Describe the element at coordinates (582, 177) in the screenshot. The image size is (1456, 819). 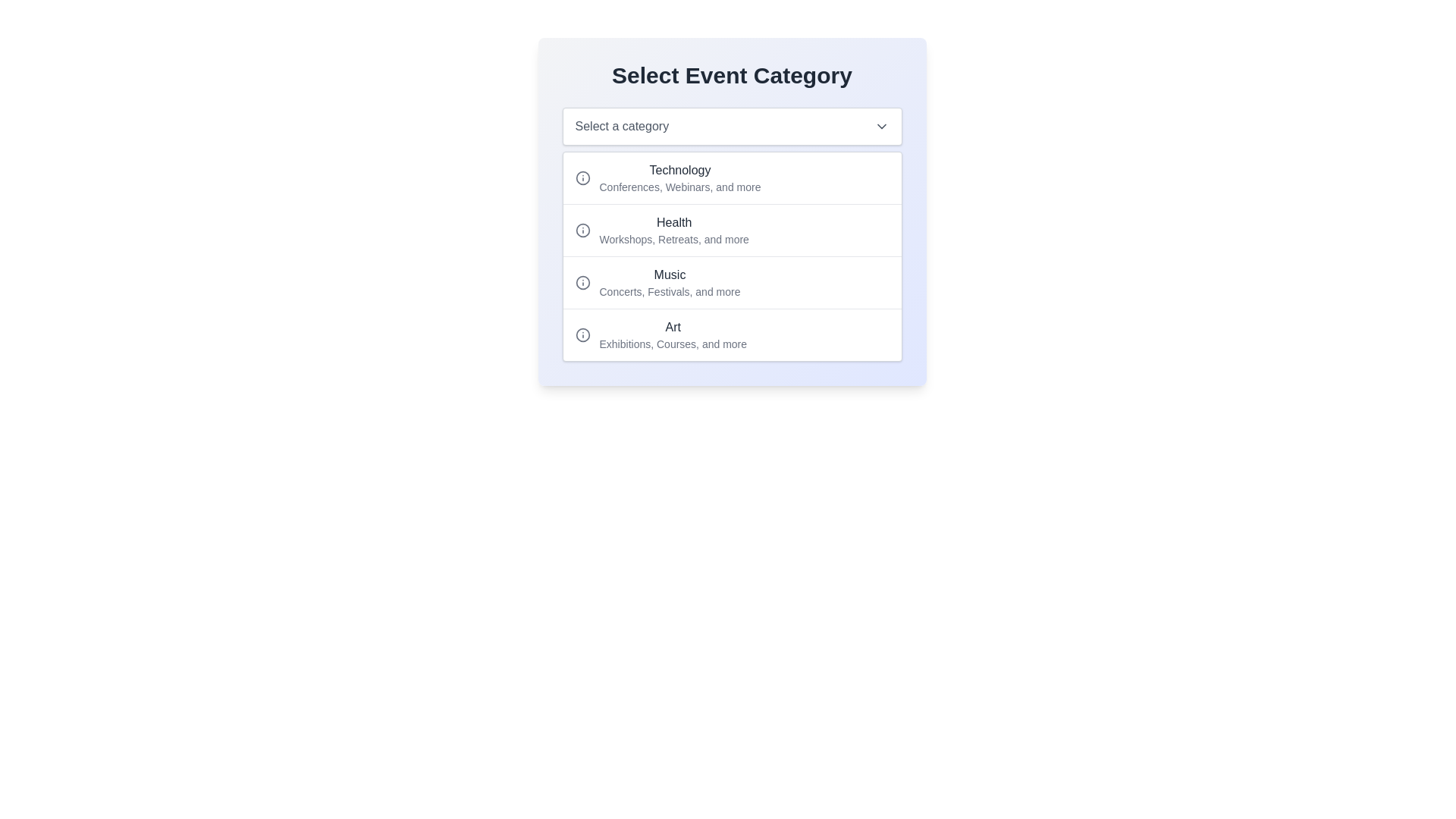
I see `the informational icon associated with the 'Technology' category, located to the left of the heading 'Technology' in the first list item of the dropdown panel labeled 'Select Event Category'` at that location.